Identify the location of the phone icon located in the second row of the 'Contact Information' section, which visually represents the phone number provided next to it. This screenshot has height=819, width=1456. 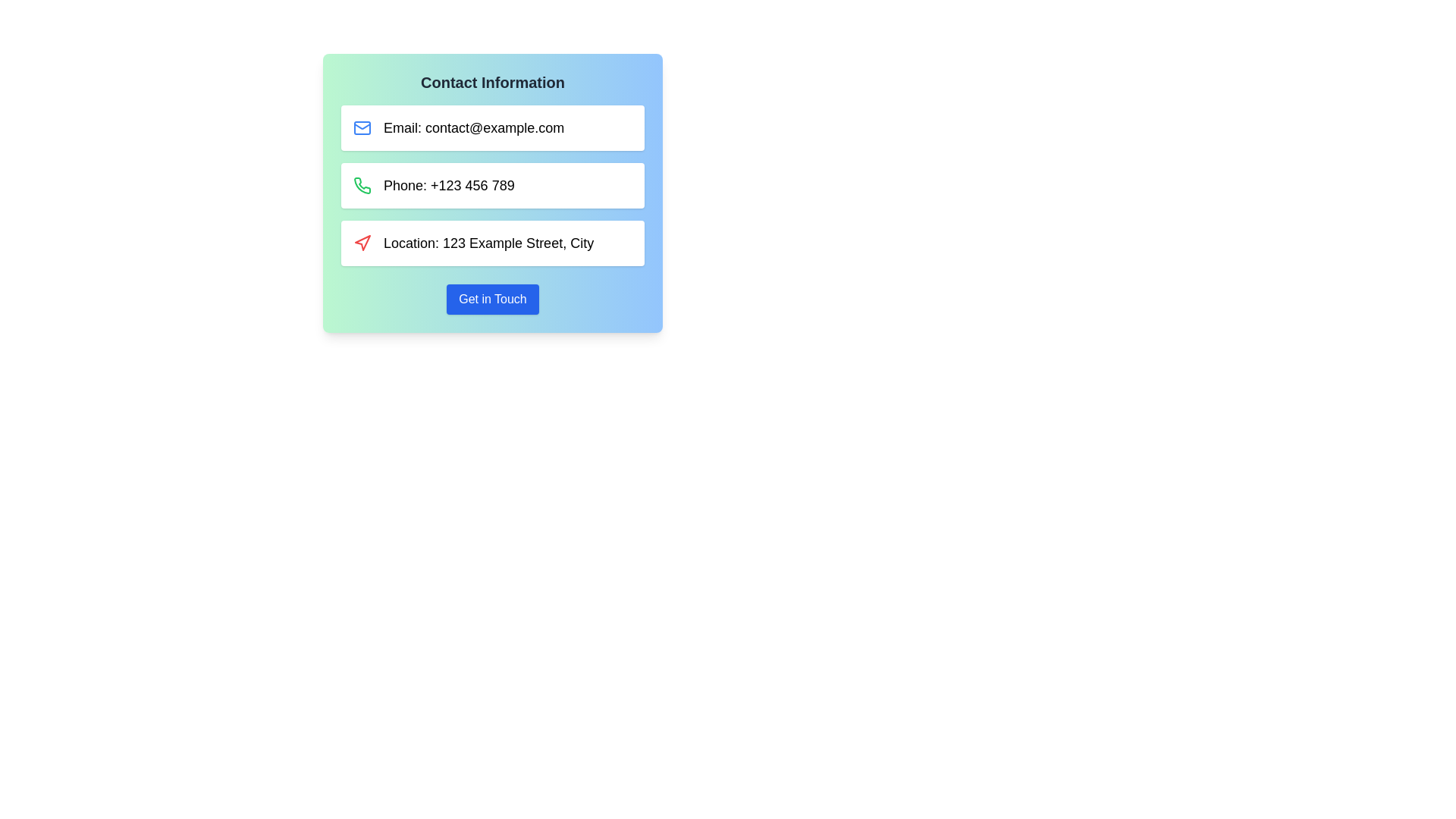
(362, 185).